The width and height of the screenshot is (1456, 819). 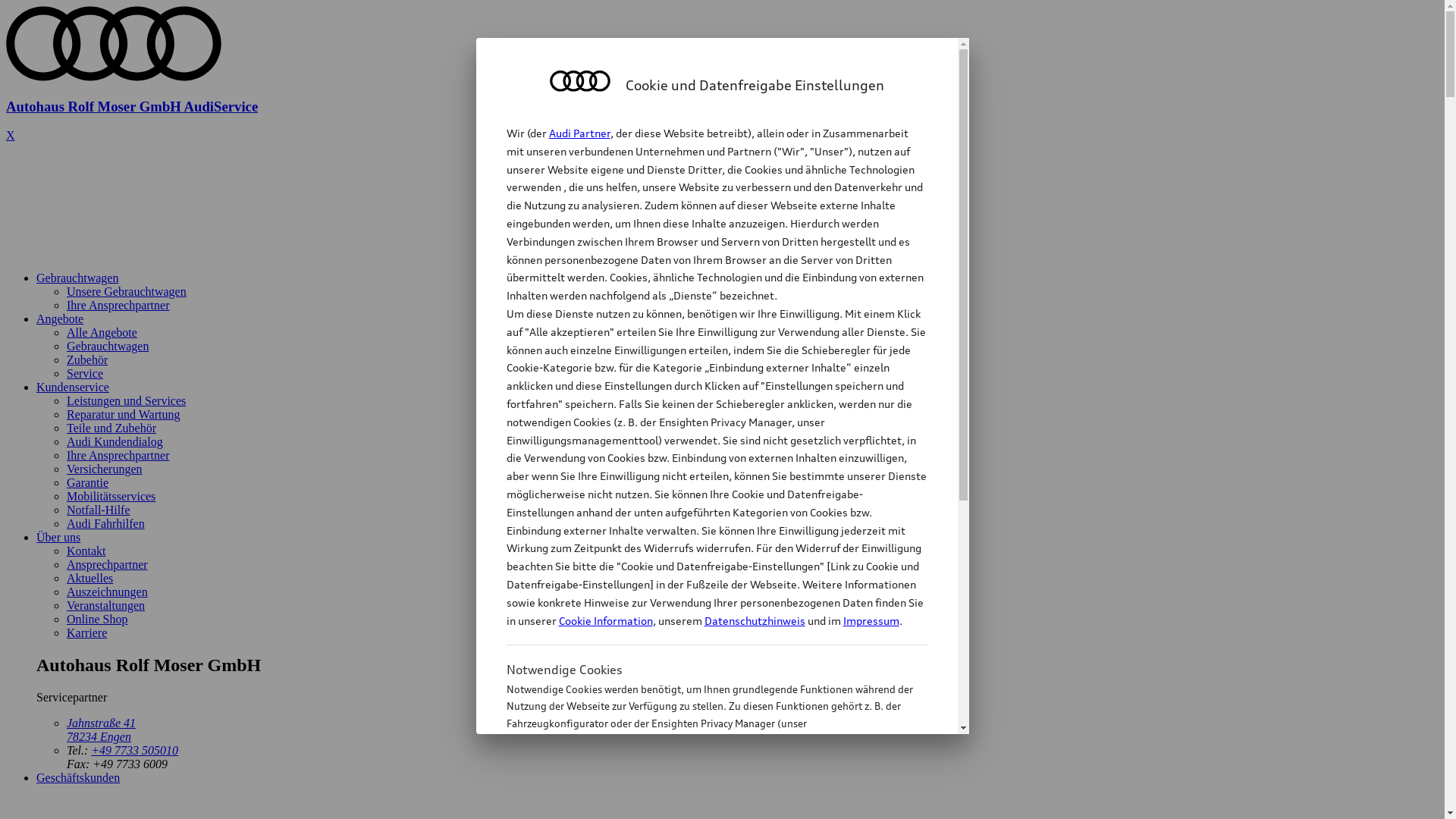 What do you see at coordinates (83, 373) in the screenshot?
I see `'Service'` at bounding box center [83, 373].